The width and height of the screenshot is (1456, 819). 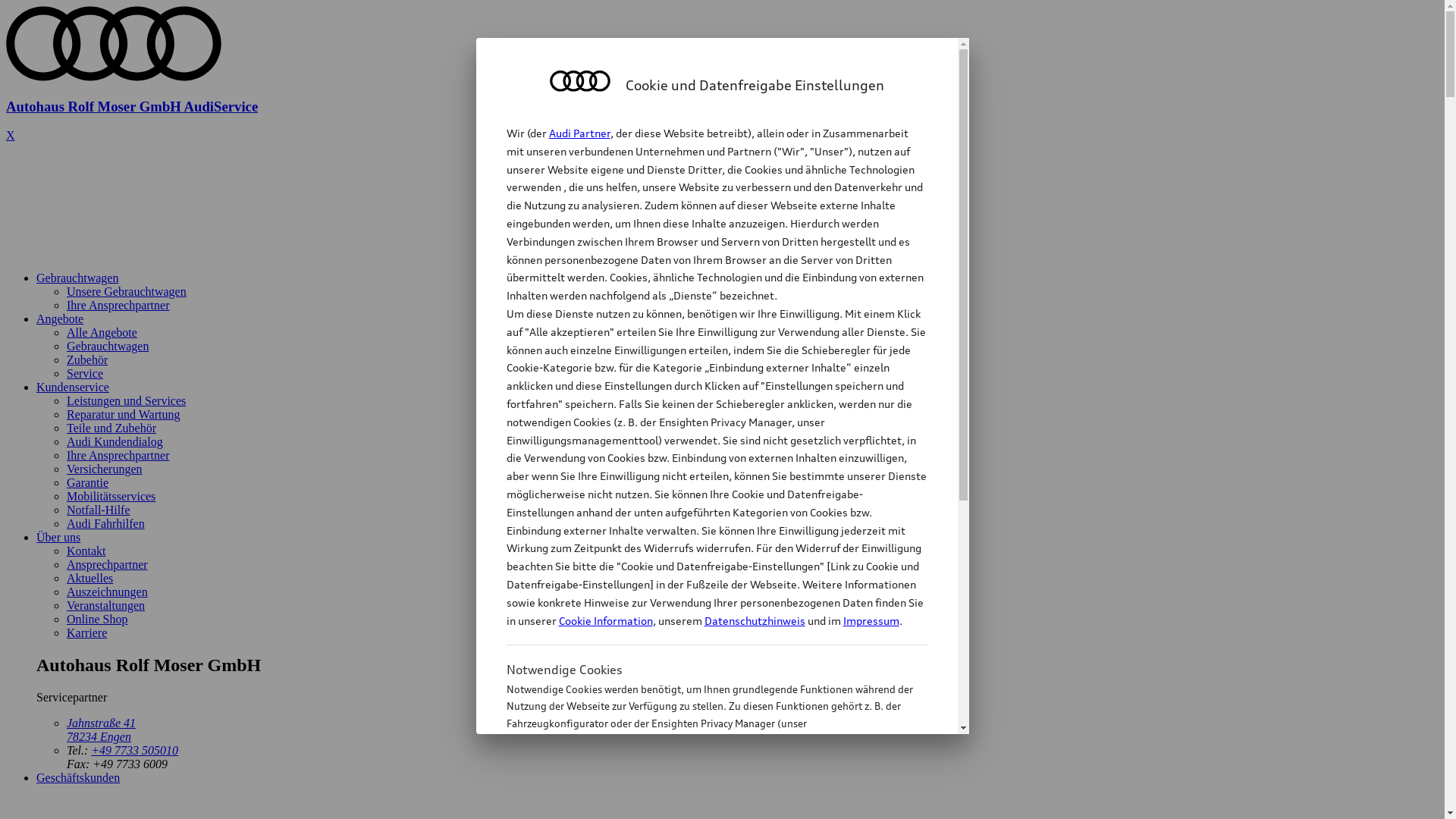 What do you see at coordinates (83, 373) in the screenshot?
I see `'Service'` at bounding box center [83, 373].